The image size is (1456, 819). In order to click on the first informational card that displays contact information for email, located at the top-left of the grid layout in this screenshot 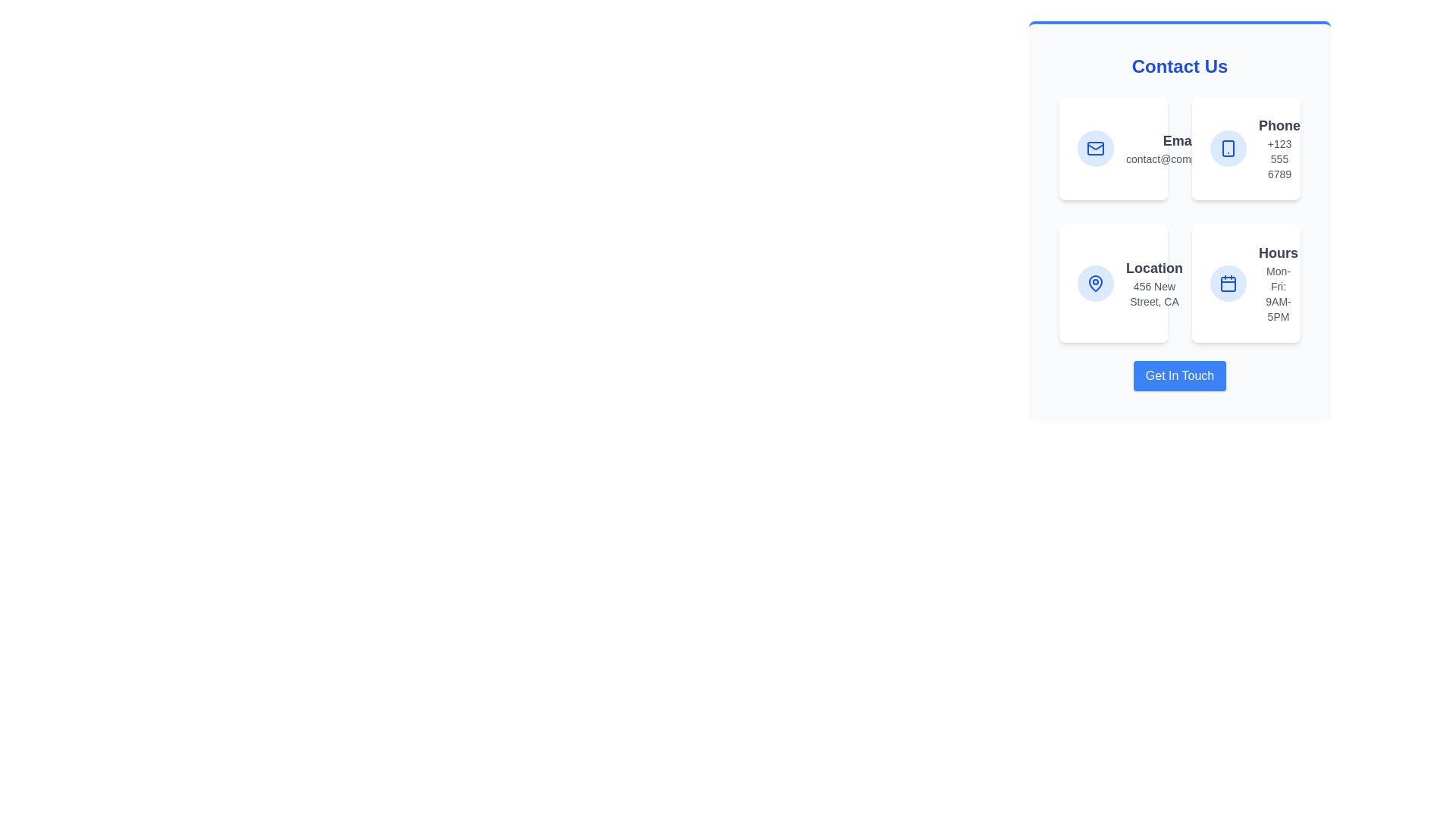, I will do `click(1113, 149)`.